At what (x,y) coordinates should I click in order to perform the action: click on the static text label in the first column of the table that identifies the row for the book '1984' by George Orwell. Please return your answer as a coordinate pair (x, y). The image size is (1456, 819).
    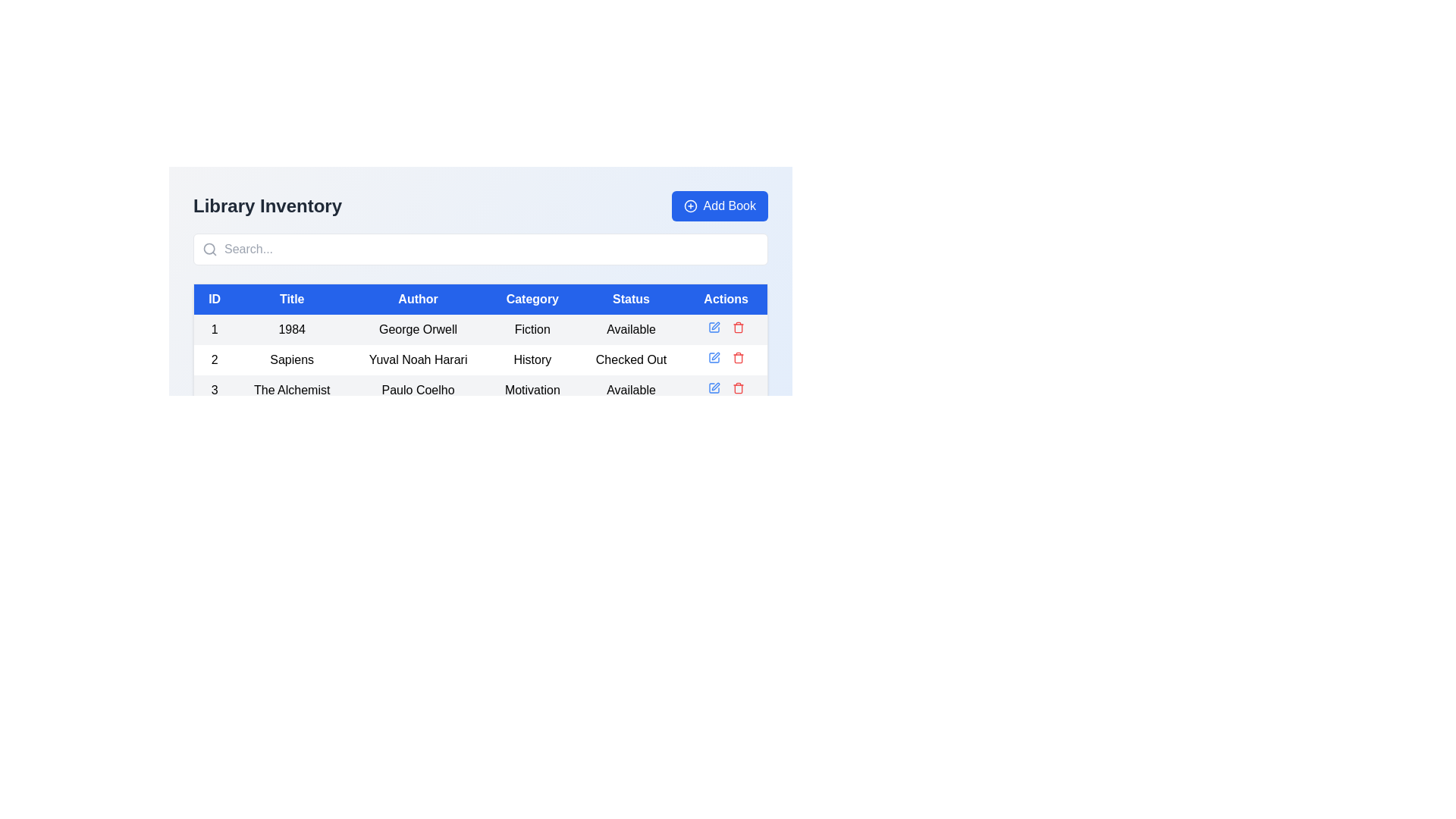
    Looking at the image, I should click on (213, 329).